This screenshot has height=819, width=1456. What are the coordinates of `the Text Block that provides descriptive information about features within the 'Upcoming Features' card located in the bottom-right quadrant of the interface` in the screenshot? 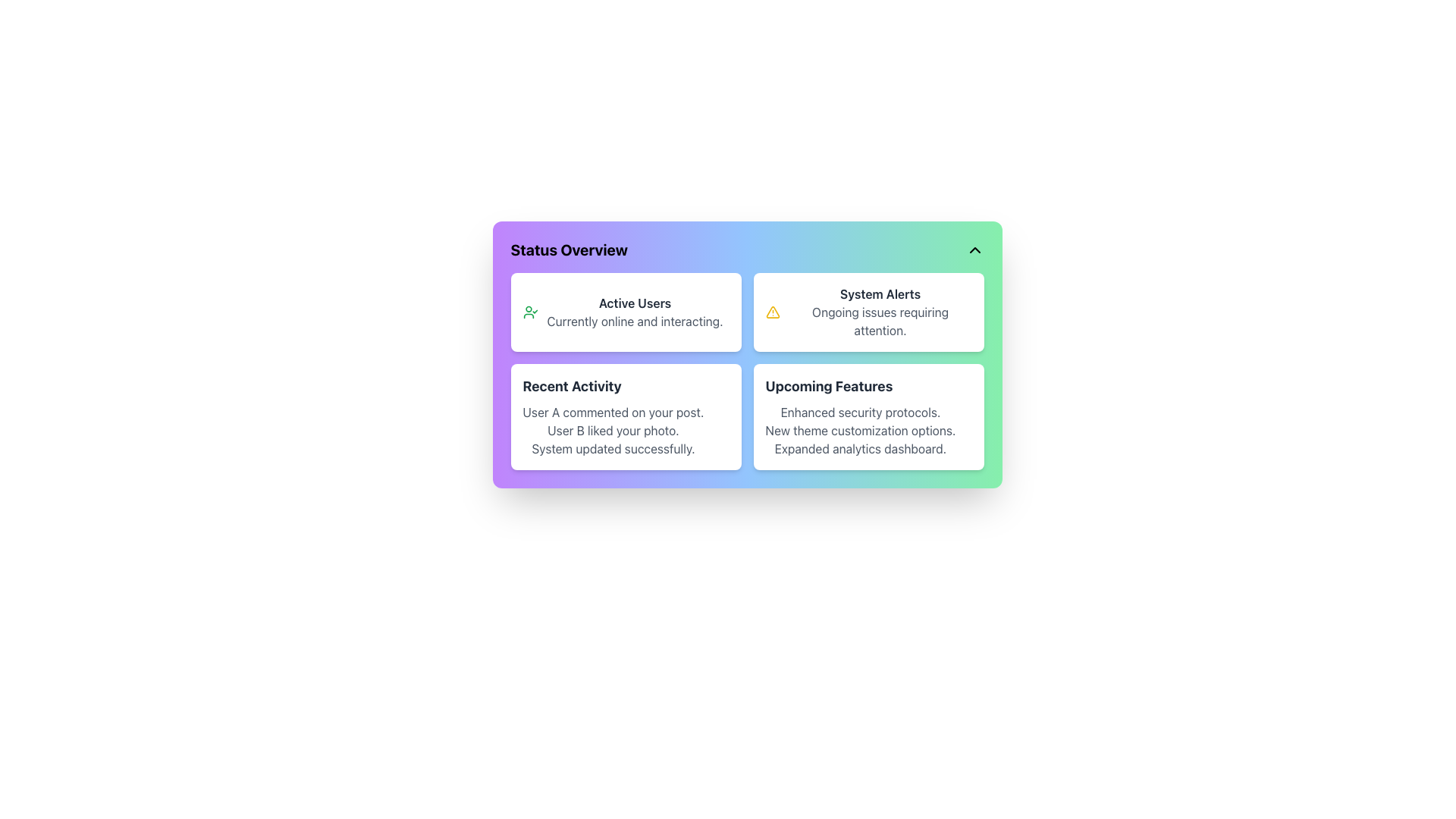 It's located at (860, 430).